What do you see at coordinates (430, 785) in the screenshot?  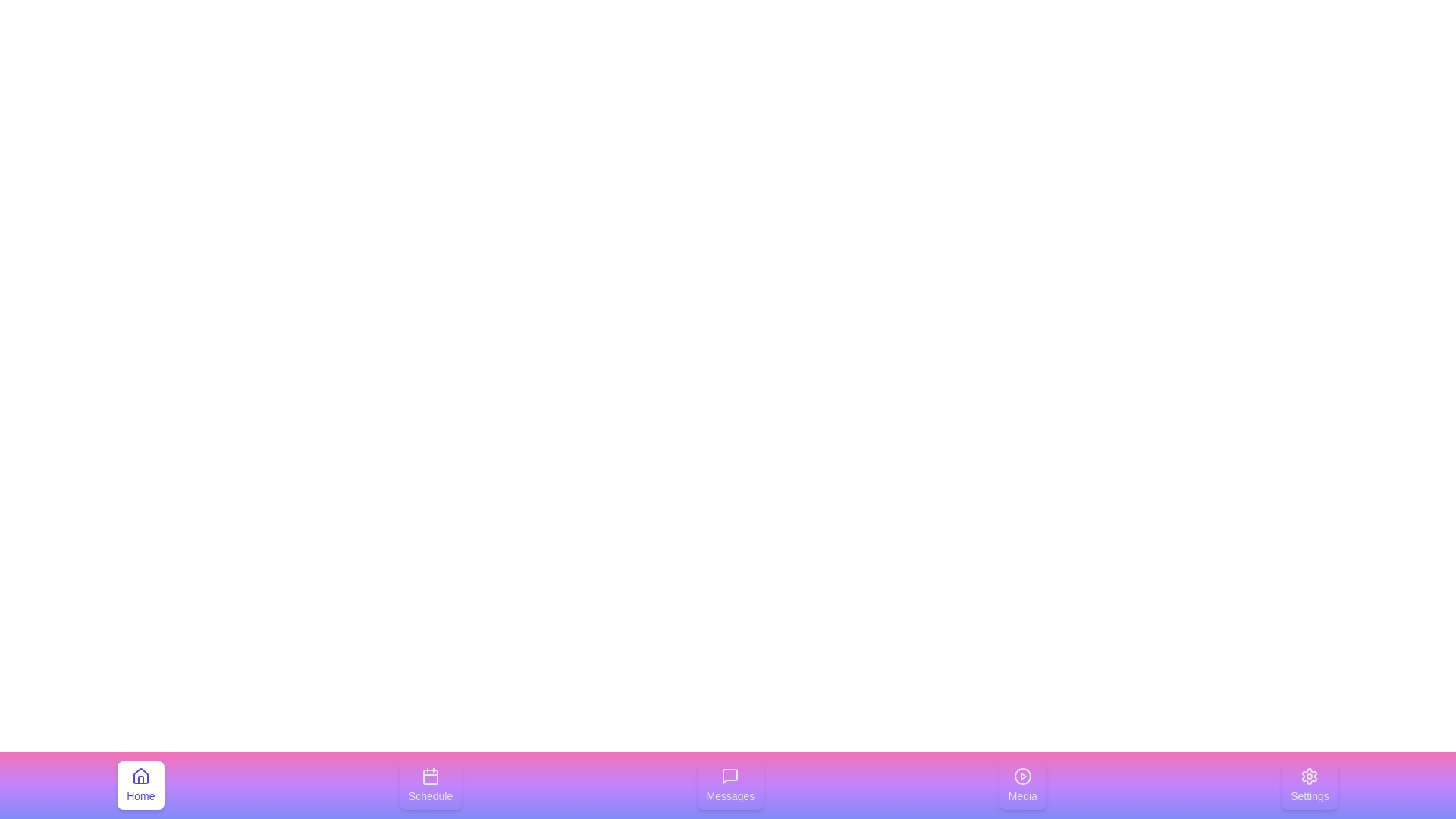 I see `the Schedule tab to observe the animation` at bounding box center [430, 785].